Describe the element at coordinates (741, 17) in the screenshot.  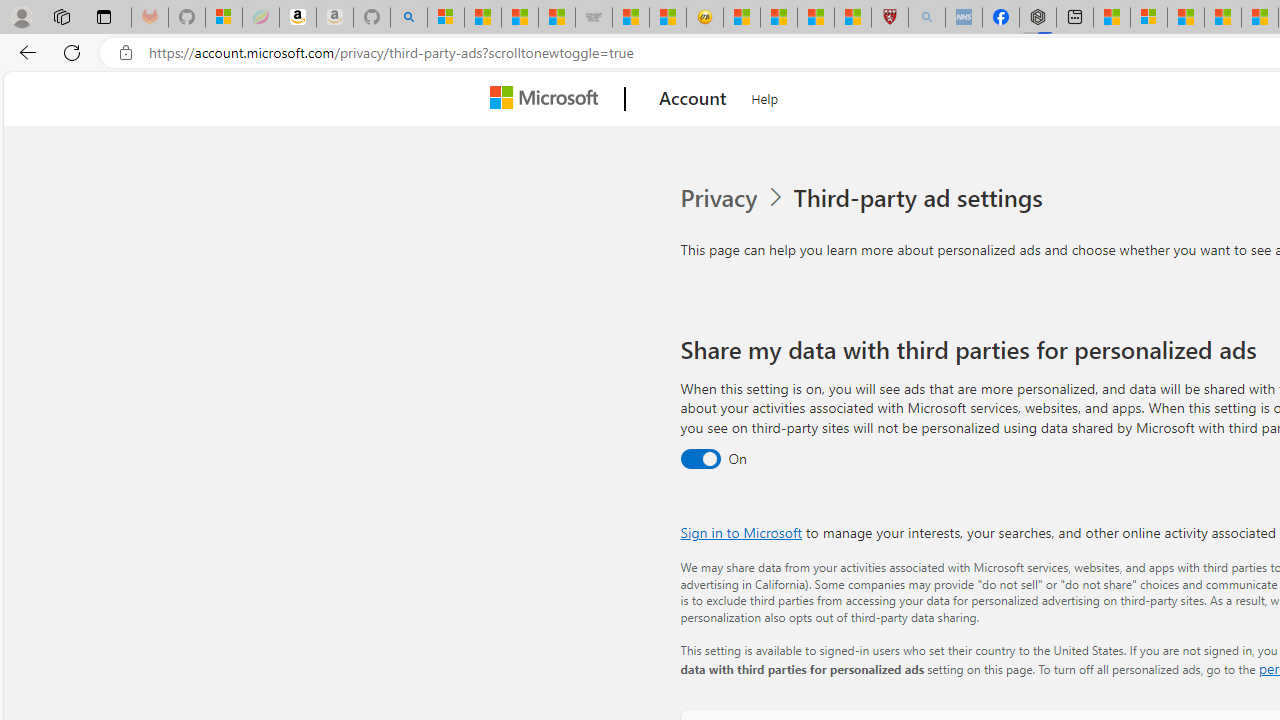
I see `'Recipes - MSN'` at that location.